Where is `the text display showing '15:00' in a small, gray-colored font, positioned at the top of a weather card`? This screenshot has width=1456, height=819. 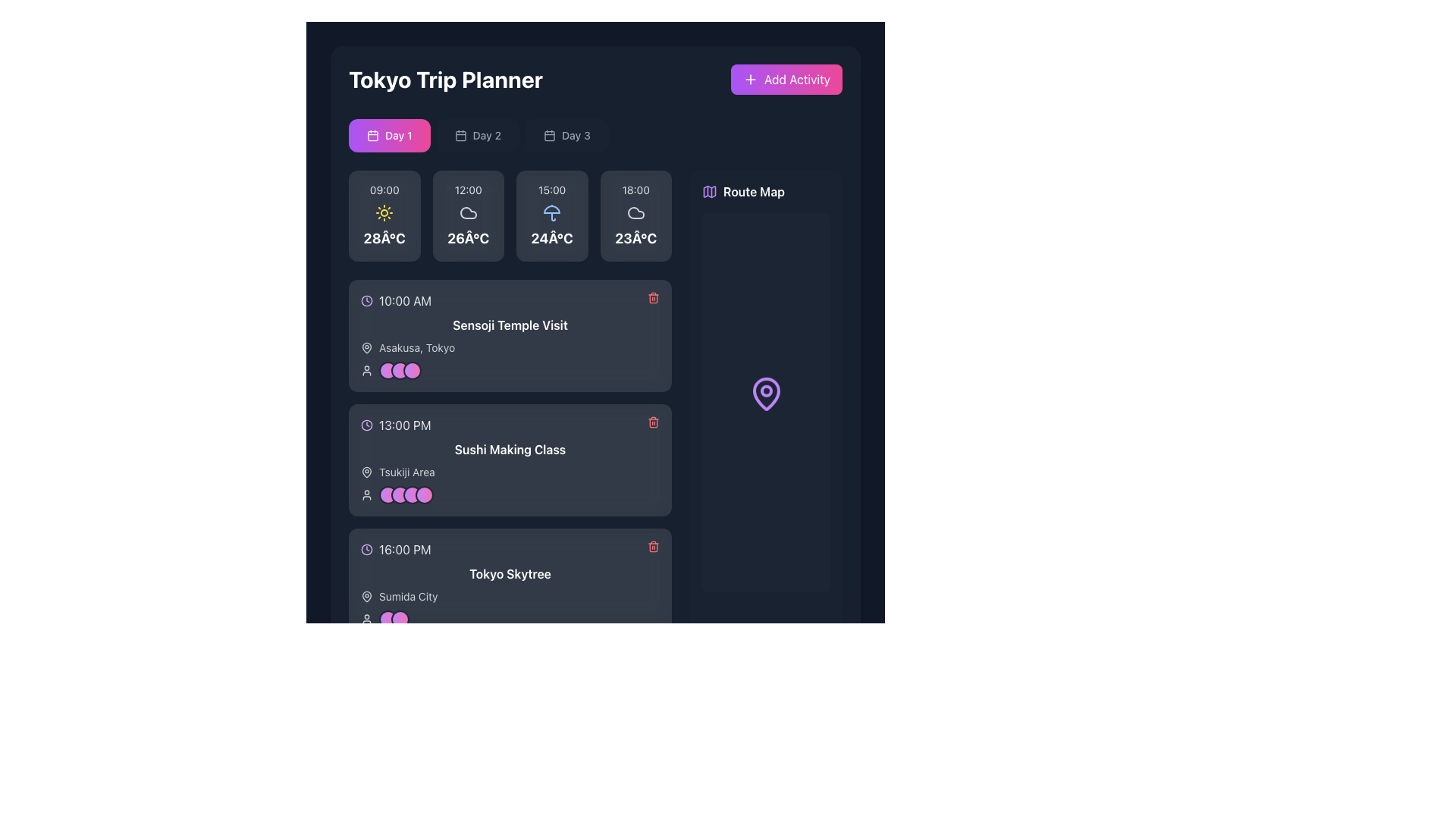
the text display showing '15:00' in a small, gray-colored font, positioned at the top of a weather card is located at coordinates (551, 189).